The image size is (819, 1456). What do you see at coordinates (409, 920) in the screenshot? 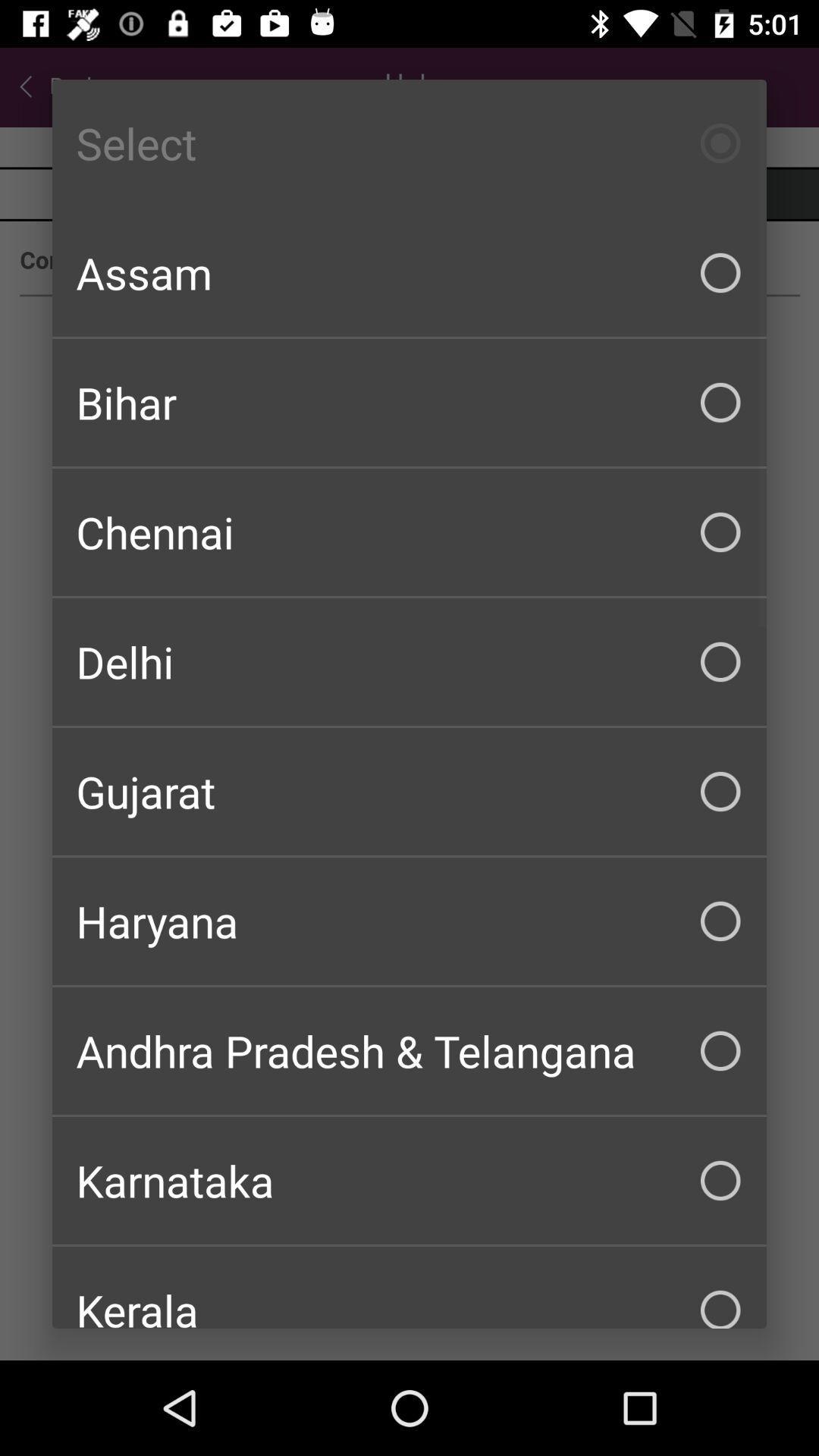
I see `the checkbox above the andhra pradesh & telangana item` at bounding box center [409, 920].